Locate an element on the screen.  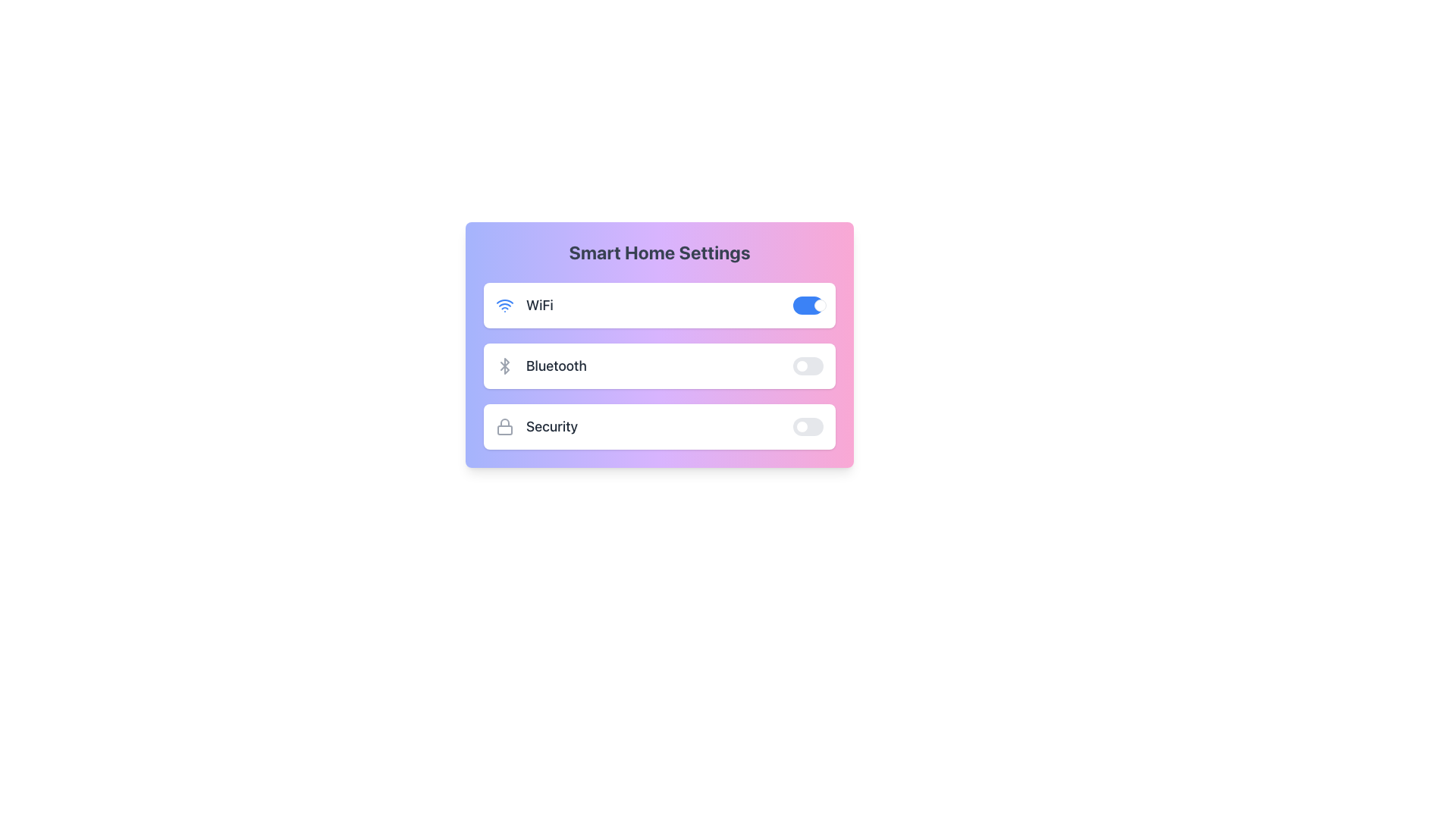
the toggle switch in the 'Security' option row of the 'Smart Home Settings' section is located at coordinates (807, 427).